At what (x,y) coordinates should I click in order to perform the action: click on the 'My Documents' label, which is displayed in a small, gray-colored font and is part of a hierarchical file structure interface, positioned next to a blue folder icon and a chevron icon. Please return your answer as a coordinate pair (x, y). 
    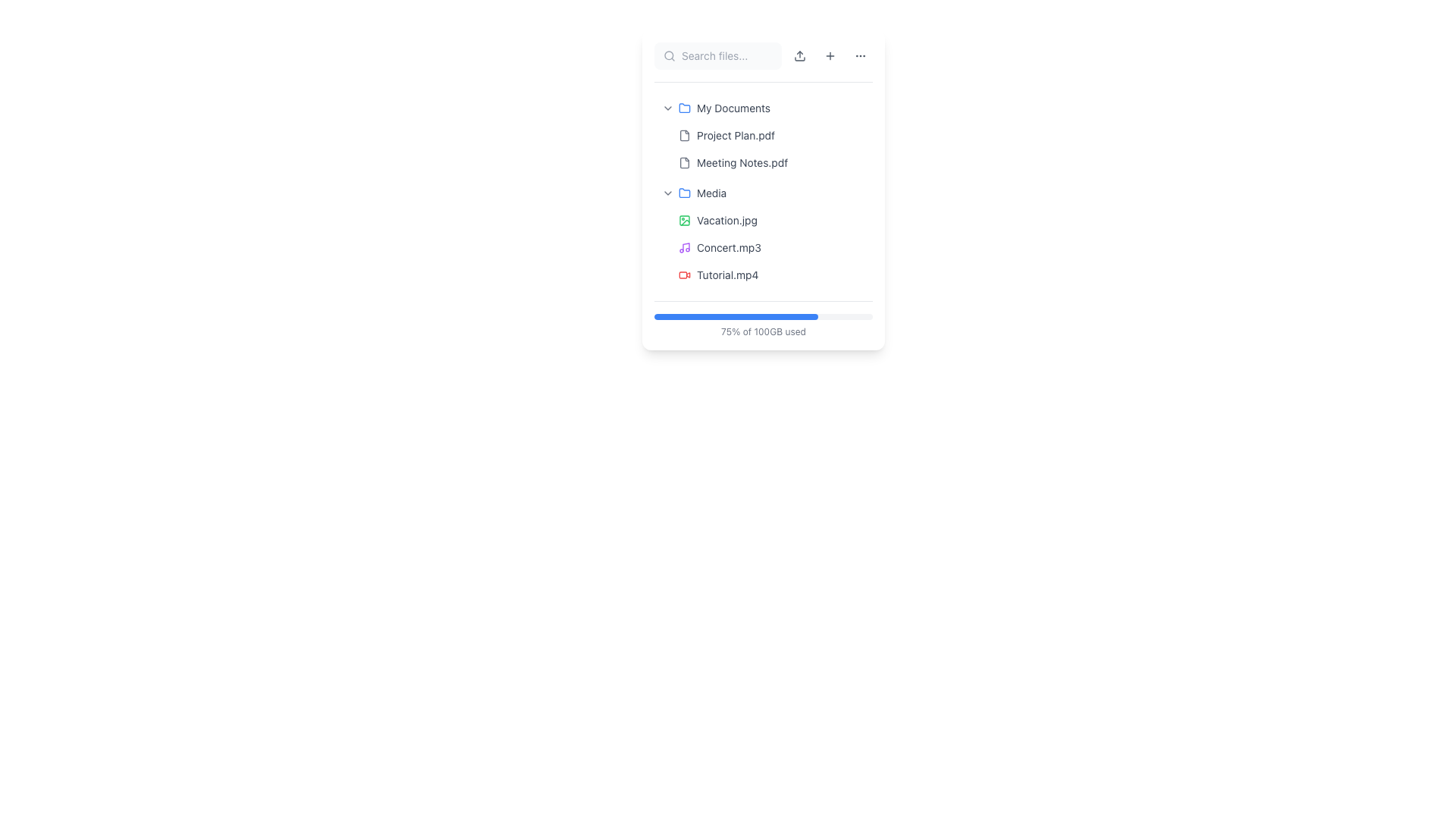
    Looking at the image, I should click on (733, 107).